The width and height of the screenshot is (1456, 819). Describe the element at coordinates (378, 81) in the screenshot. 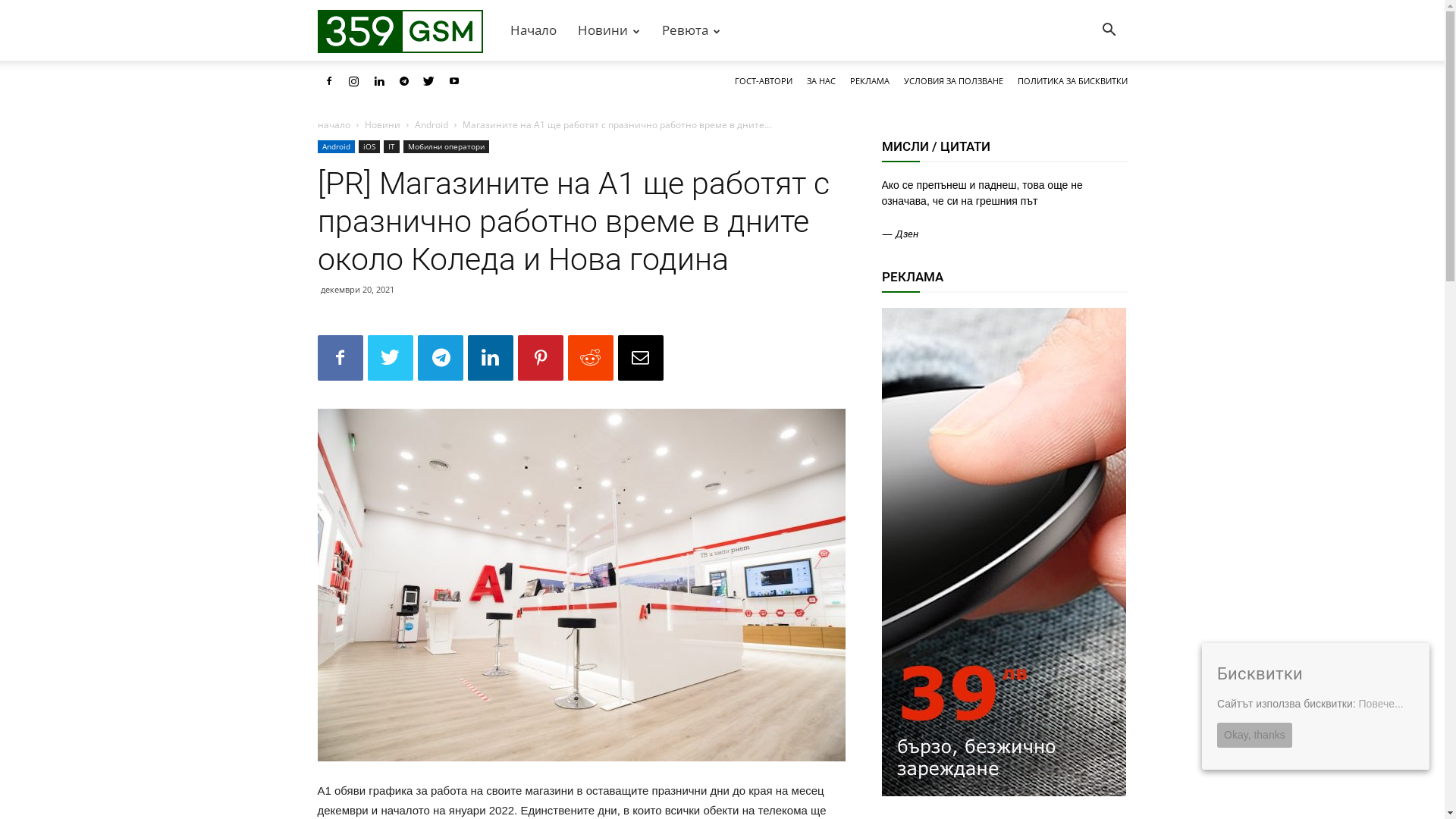

I see `'Linkedin'` at that location.